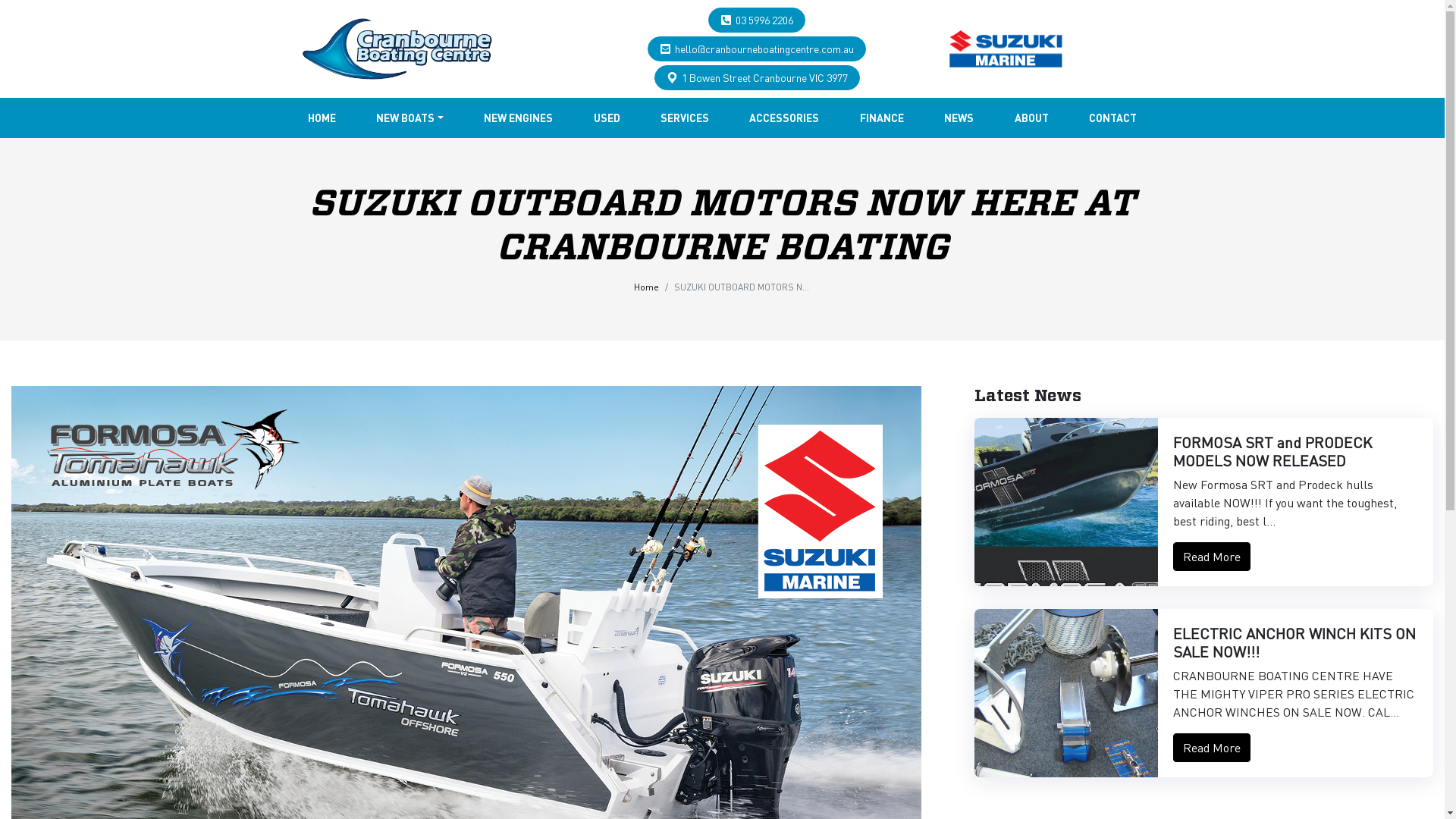 The image size is (1456, 819). Describe the element at coordinates (683, 117) in the screenshot. I see `'SERVICES'` at that location.